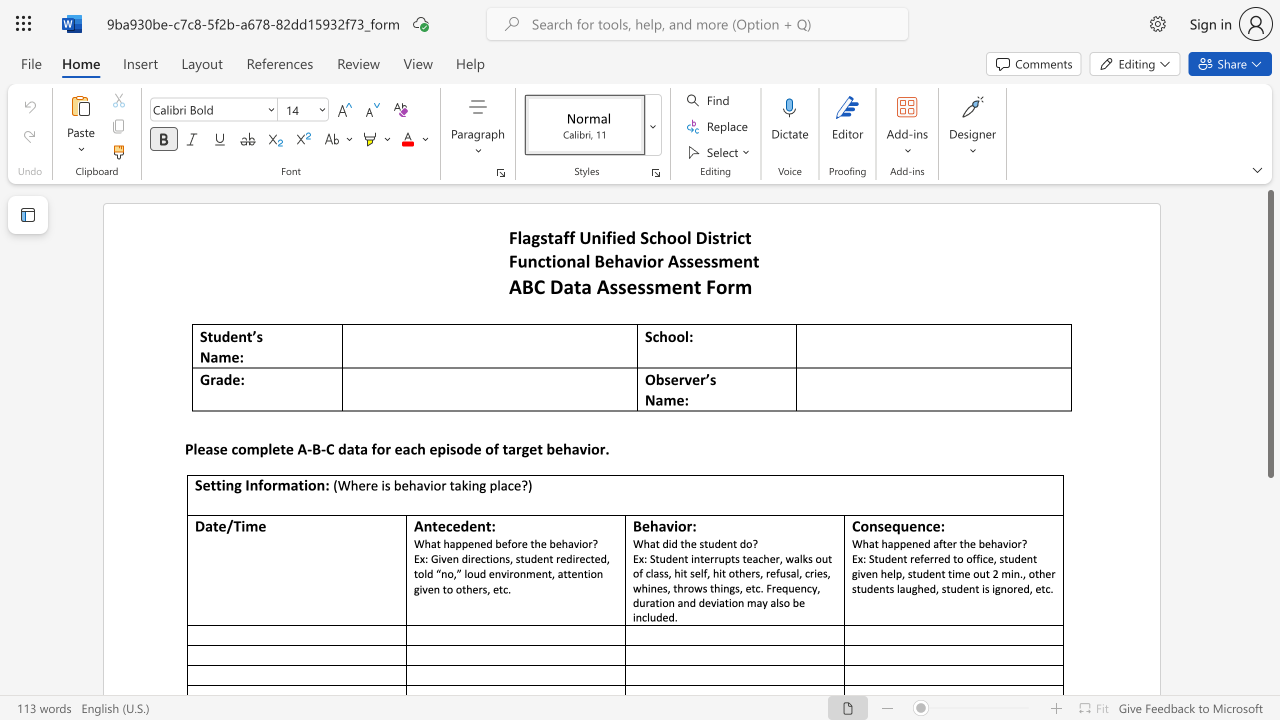 The image size is (1280, 720). I want to click on the subset text "r." within the text "Please complete A‐B‐C data for each episode of target behavior.", so click(598, 448).